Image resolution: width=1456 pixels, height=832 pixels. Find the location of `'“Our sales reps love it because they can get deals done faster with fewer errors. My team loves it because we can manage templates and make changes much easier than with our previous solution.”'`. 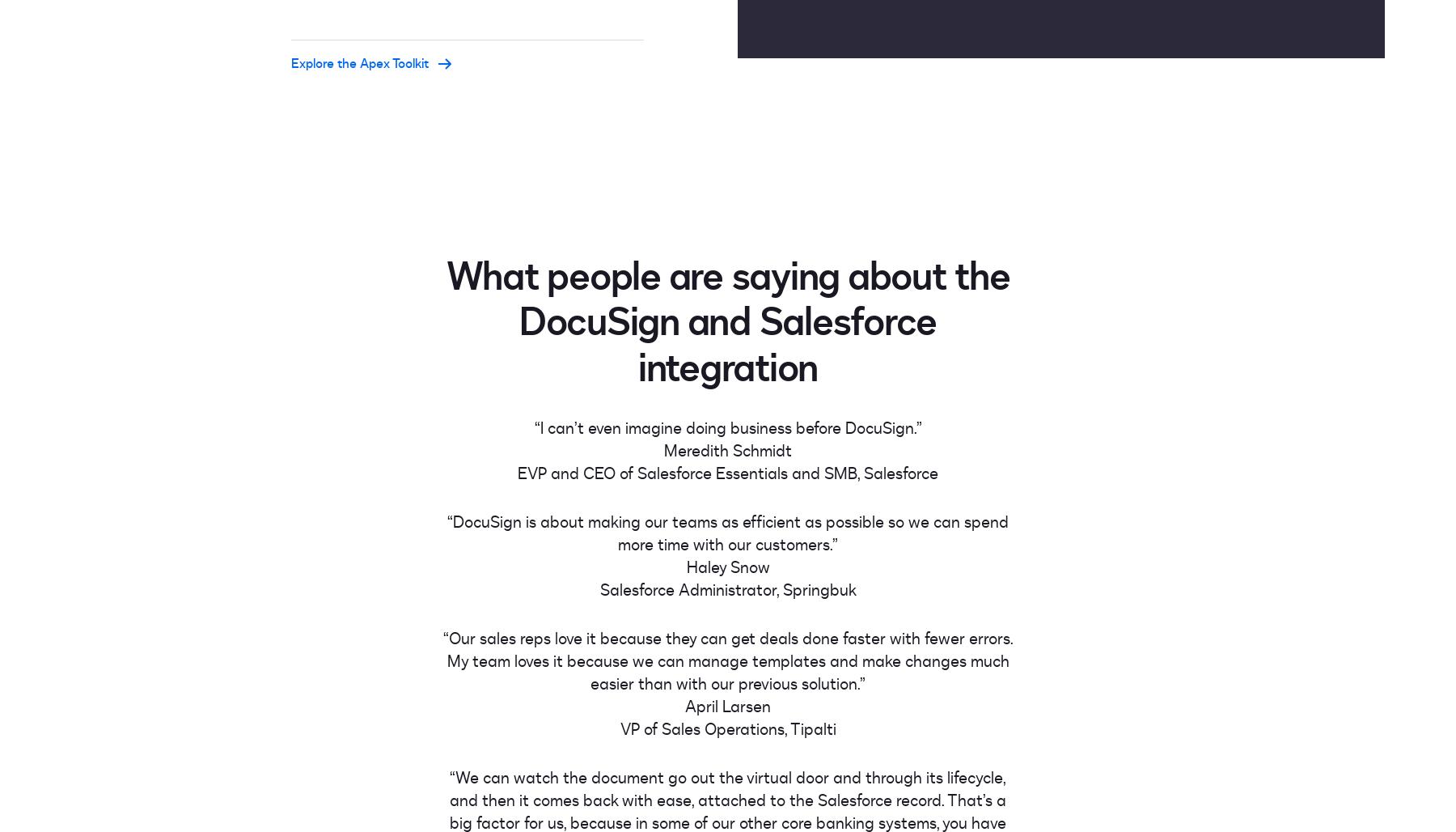

'“Our sales reps love it because they can get deals done faster with fewer errors. My team loves it because we can manage templates and make changes much easier than with our previous solution.”' is located at coordinates (727, 660).